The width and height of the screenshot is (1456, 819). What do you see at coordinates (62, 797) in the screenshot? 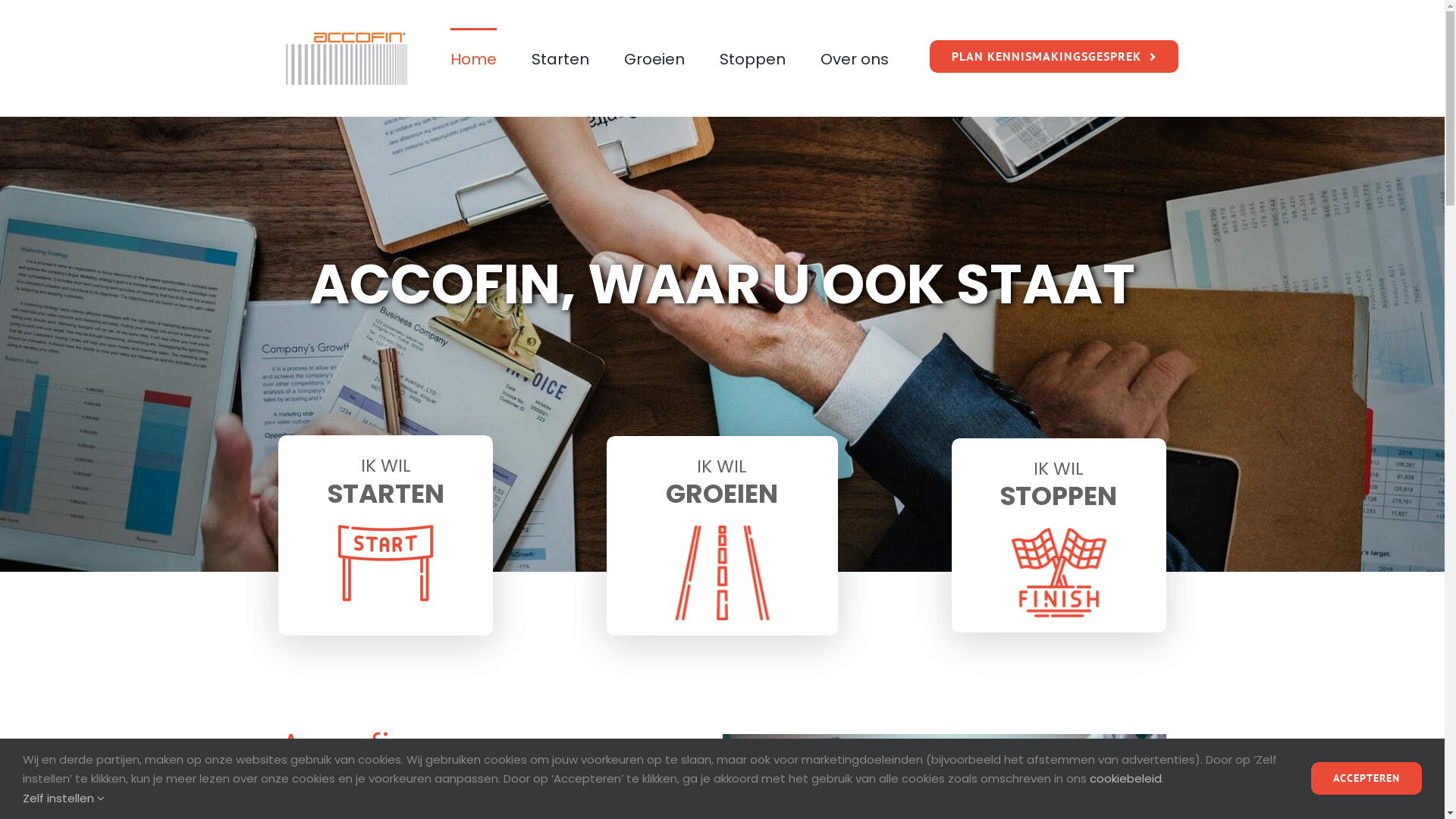
I see `'Zelf instellen'` at bounding box center [62, 797].